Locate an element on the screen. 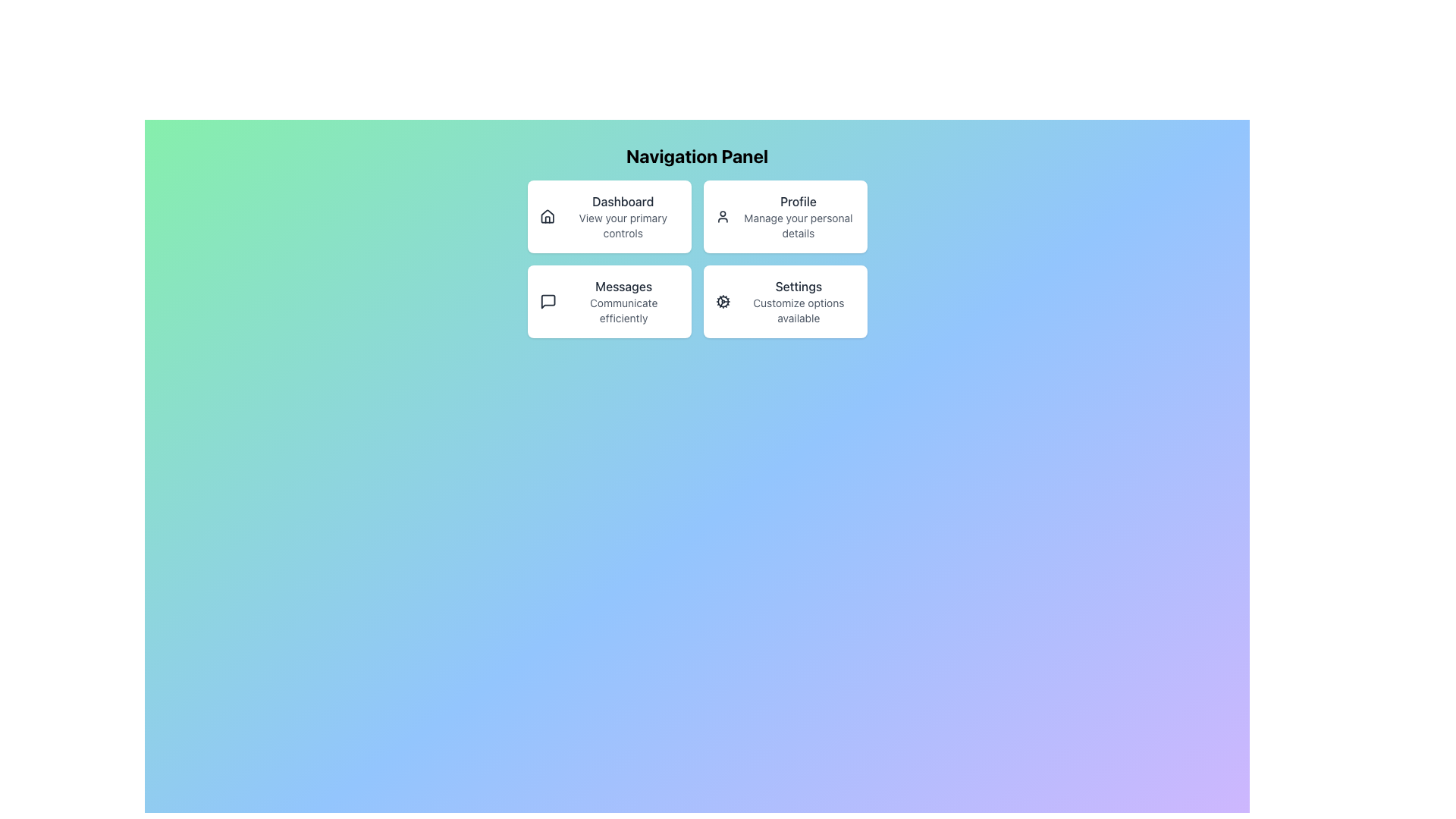 The height and width of the screenshot is (819, 1456). the 'Messages' icon located at the top-left corner of the 'Messages' tile is located at coordinates (546, 301).